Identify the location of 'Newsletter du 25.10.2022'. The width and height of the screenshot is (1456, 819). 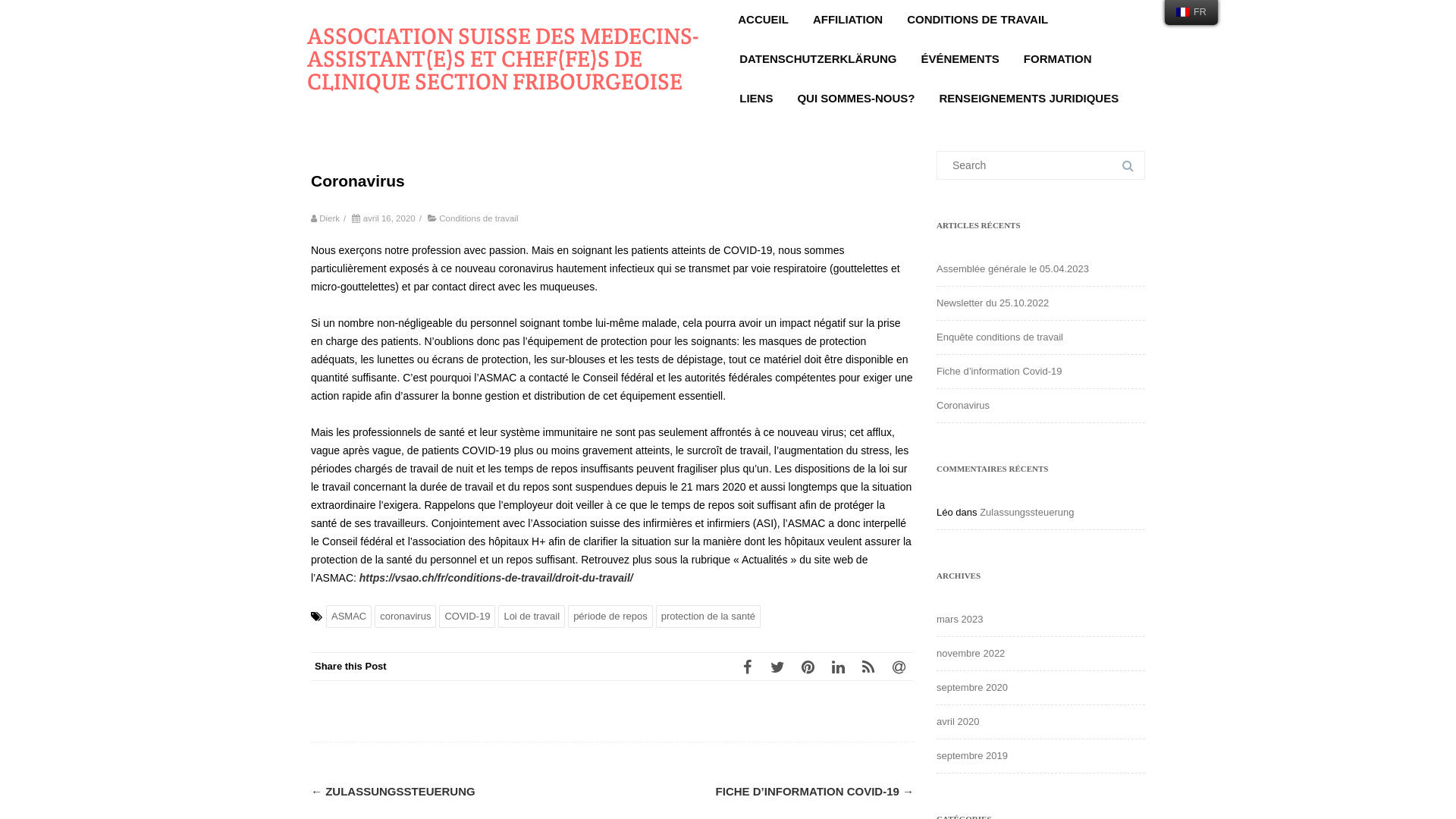
(993, 303).